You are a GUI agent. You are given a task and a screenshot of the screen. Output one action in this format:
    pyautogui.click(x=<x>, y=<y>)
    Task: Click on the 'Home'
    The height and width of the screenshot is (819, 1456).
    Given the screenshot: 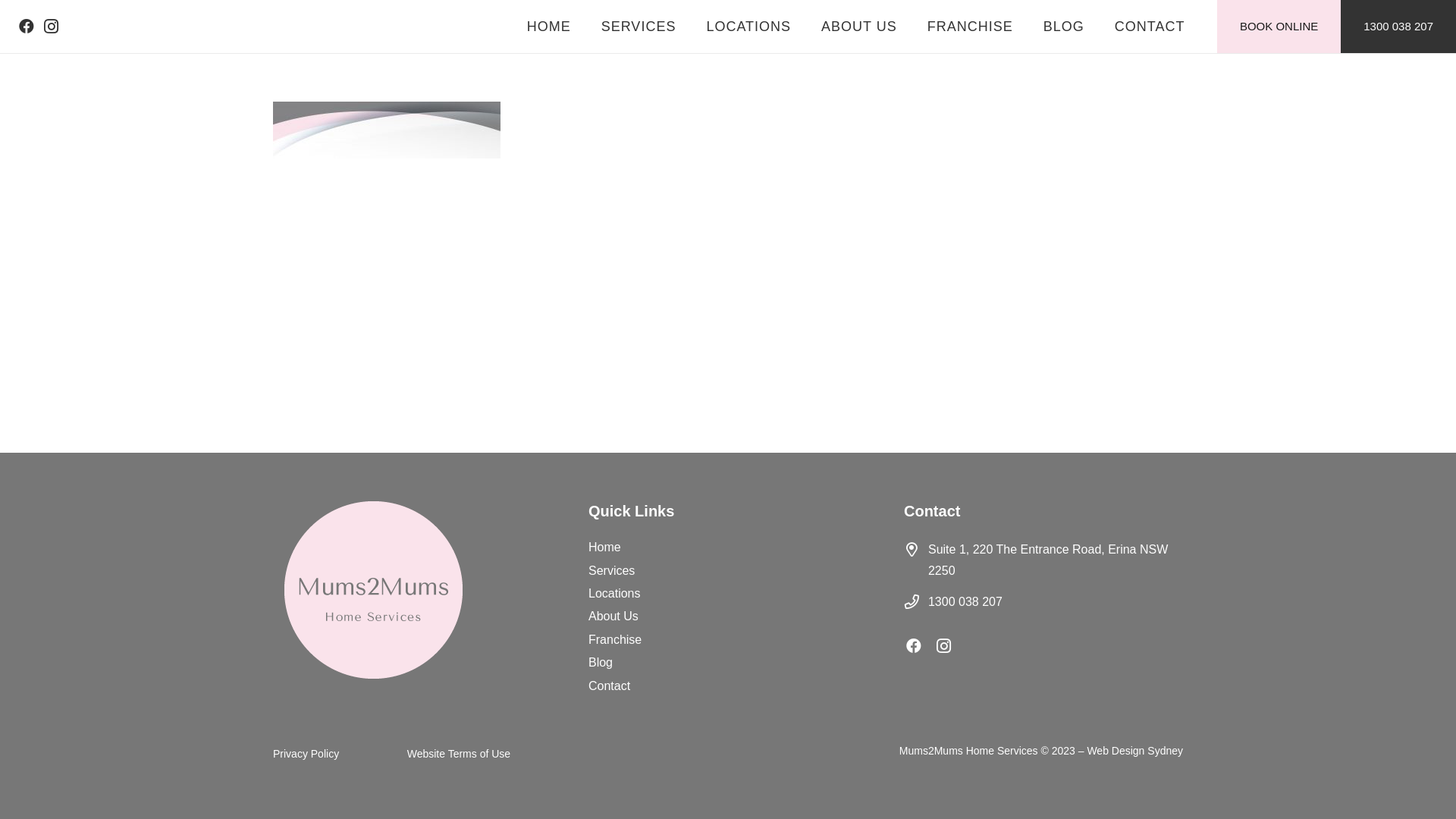 What is the action you would take?
    pyautogui.click(x=604, y=547)
    